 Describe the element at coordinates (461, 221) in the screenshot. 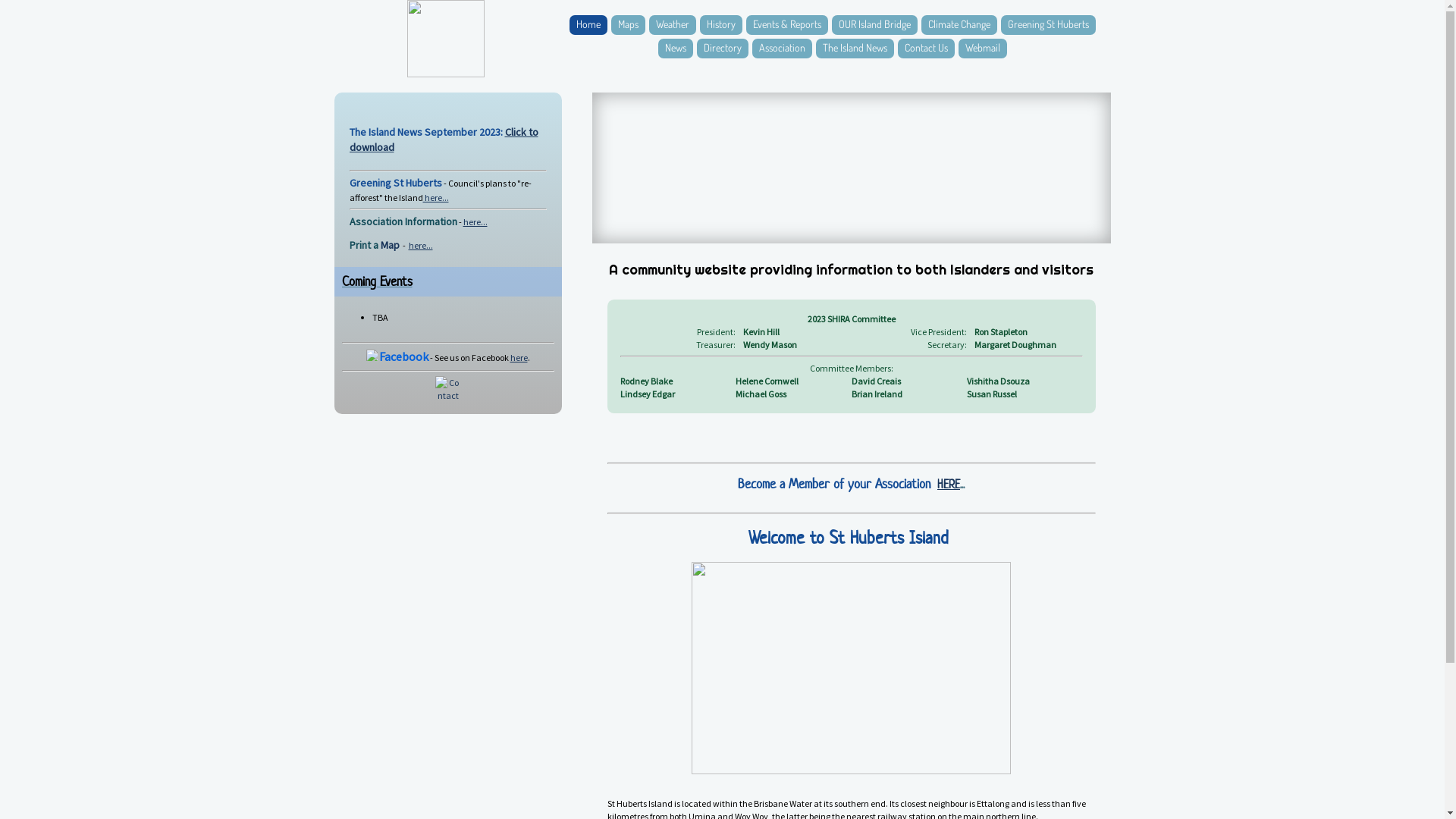

I see `'here...'` at that location.